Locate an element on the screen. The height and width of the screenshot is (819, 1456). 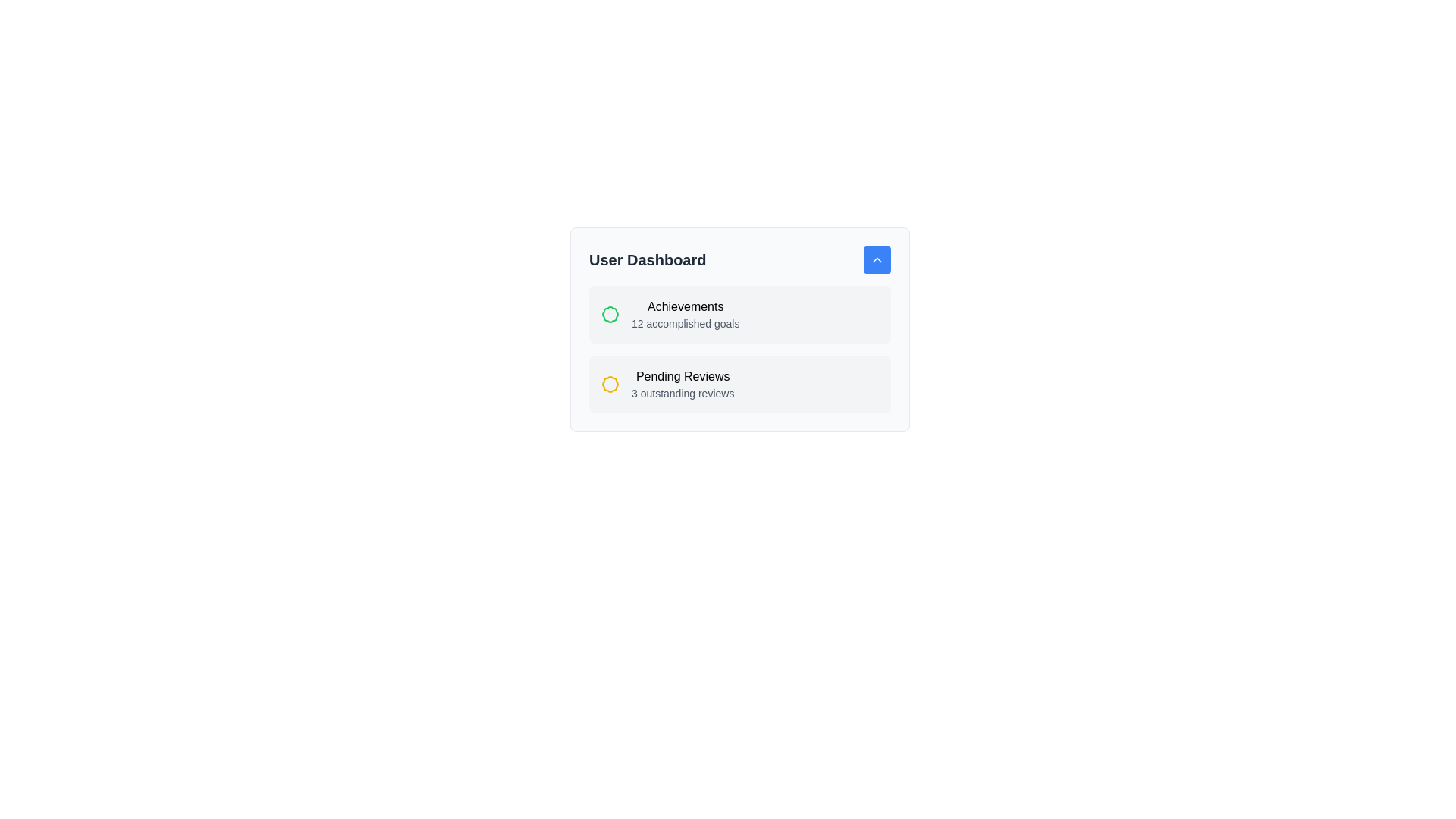
SVG Icon that serves as a visual indicator for the 'Achievements' section in the User Dashboard panel, located to the left of the title text is located at coordinates (610, 314).